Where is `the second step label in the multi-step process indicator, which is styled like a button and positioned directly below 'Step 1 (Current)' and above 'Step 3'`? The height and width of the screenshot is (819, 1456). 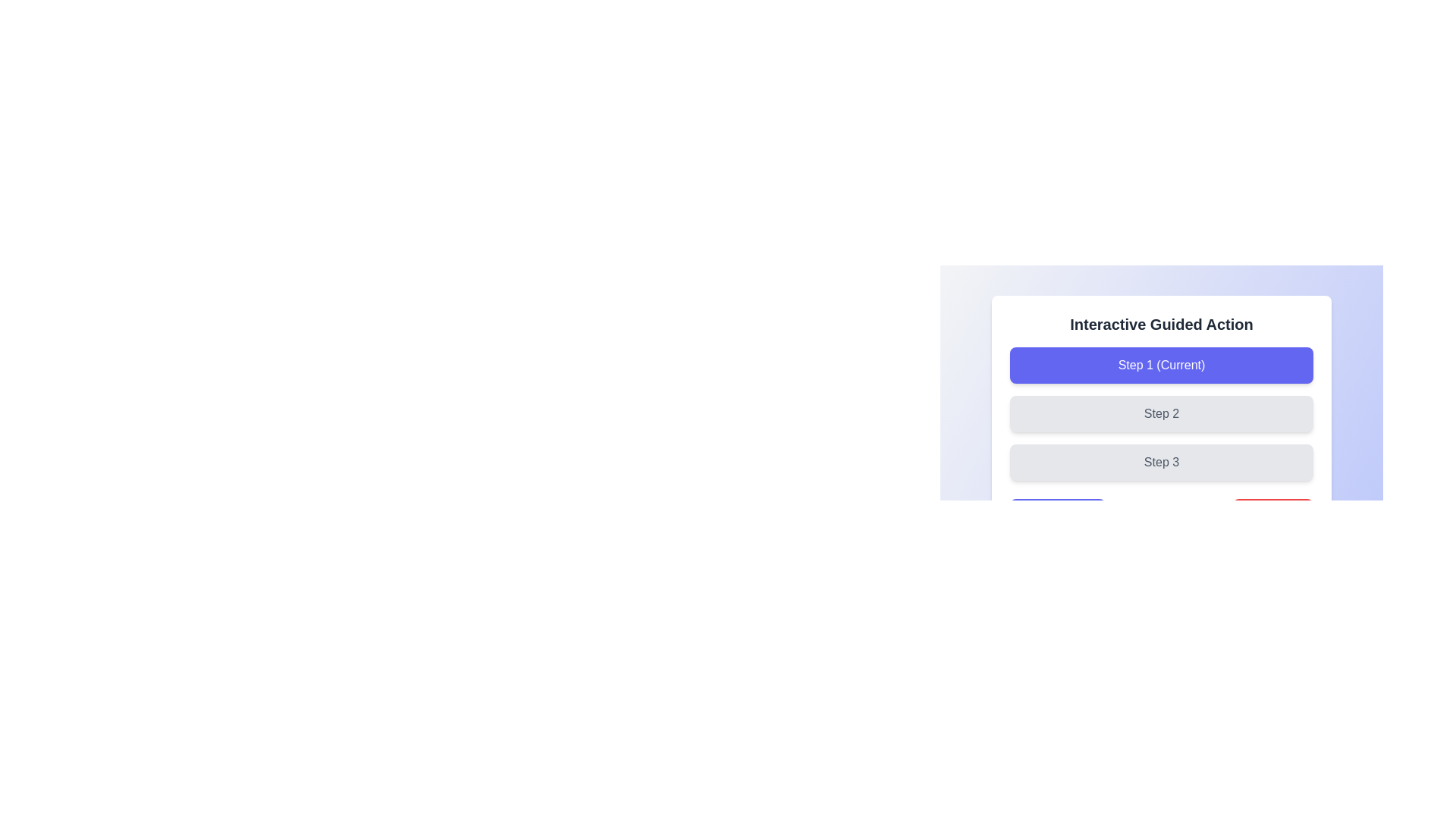 the second step label in the multi-step process indicator, which is styled like a button and positioned directly below 'Step 1 (Current)' and above 'Step 3' is located at coordinates (1160, 414).